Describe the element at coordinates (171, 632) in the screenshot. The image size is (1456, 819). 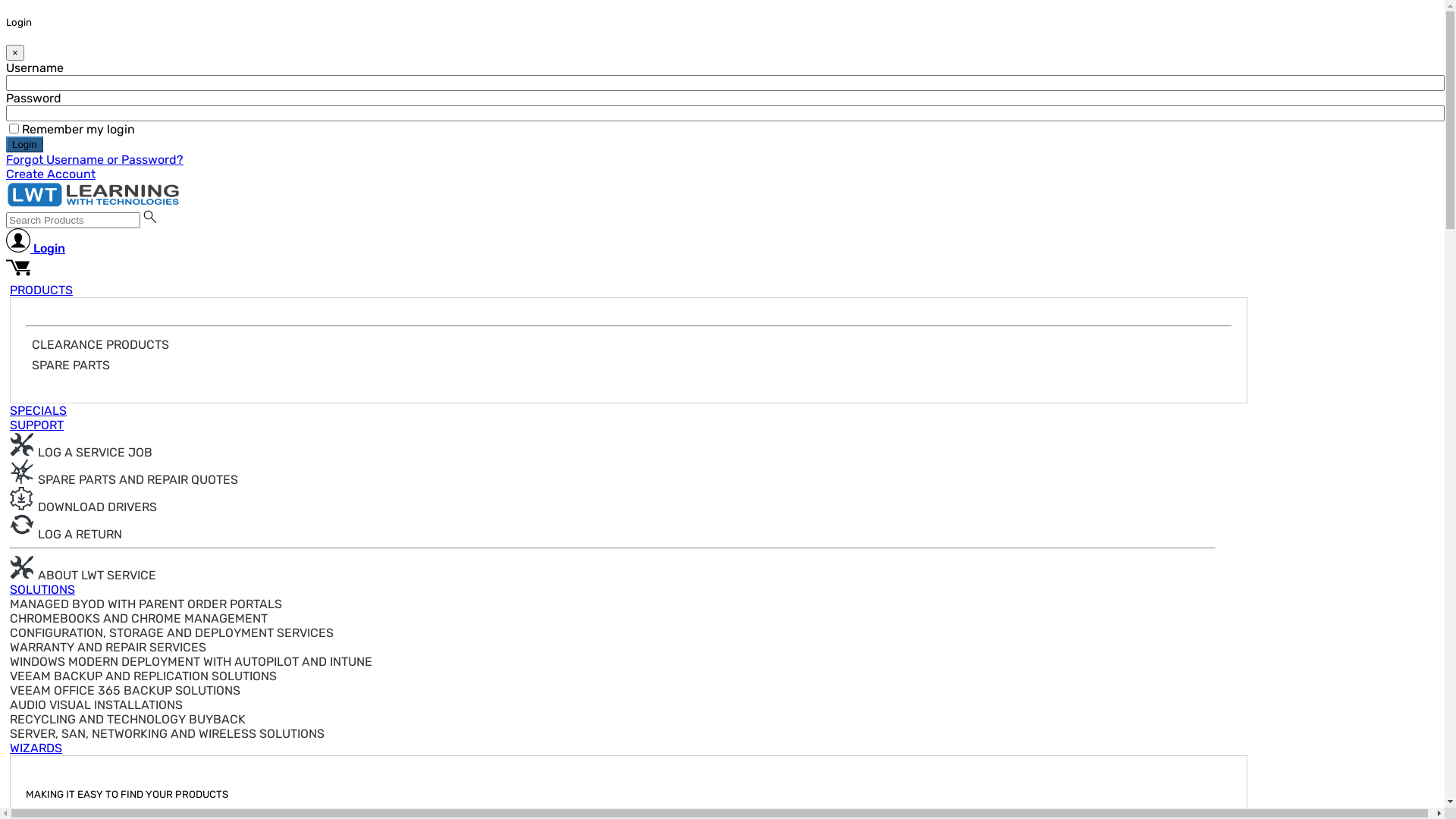
I see `'CONFIGURATION, STORAGE AND DEPLOYMENT SERVICES'` at that location.